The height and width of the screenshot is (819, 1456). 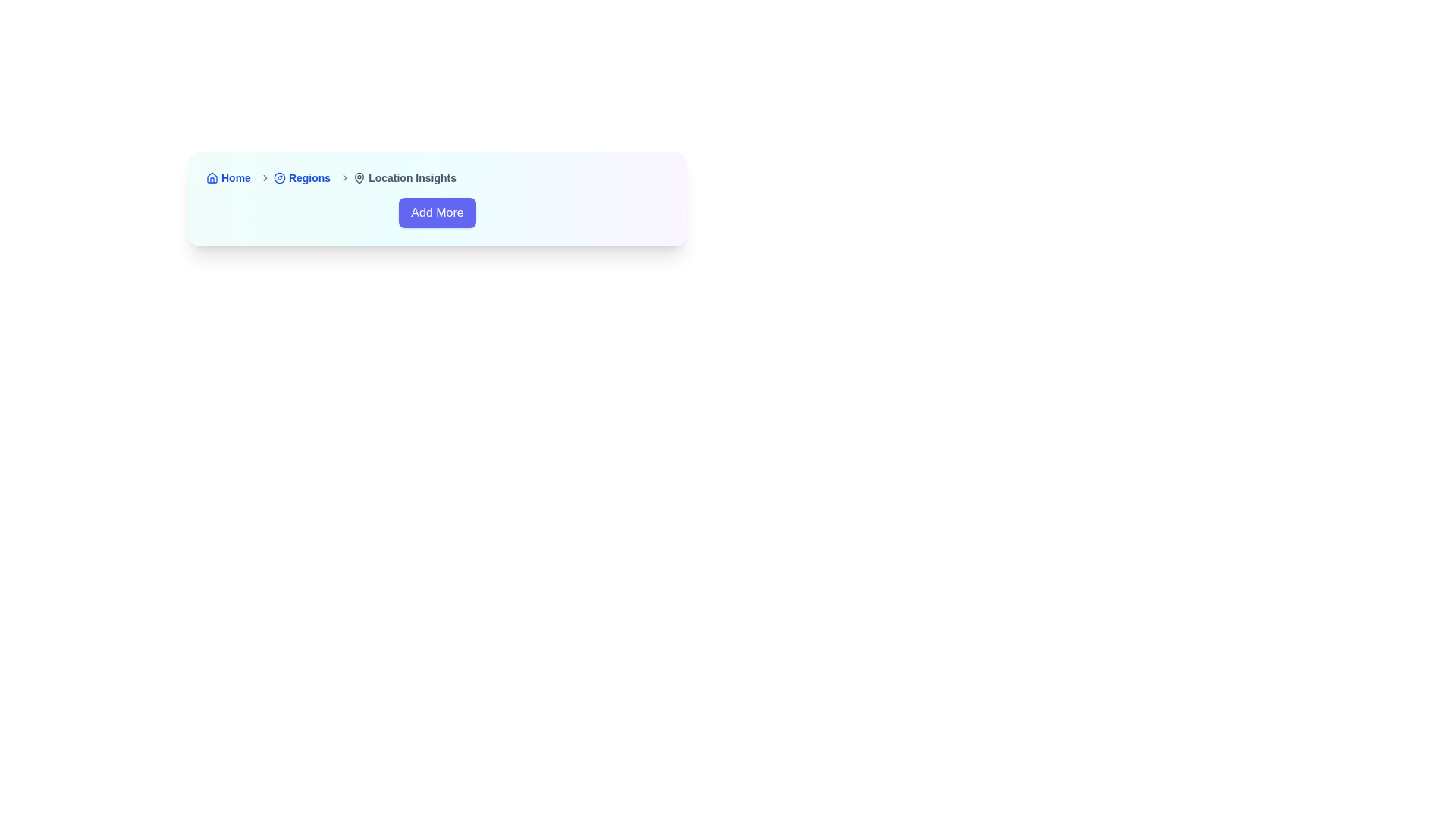 What do you see at coordinates (227, 177) in the screenshot?
I see `the 'Home' link in the breadcrumb navigation bar to underline the text, which is displayed in blue and accompanied by a house-shaped icon` at bounding box center [227, 177].